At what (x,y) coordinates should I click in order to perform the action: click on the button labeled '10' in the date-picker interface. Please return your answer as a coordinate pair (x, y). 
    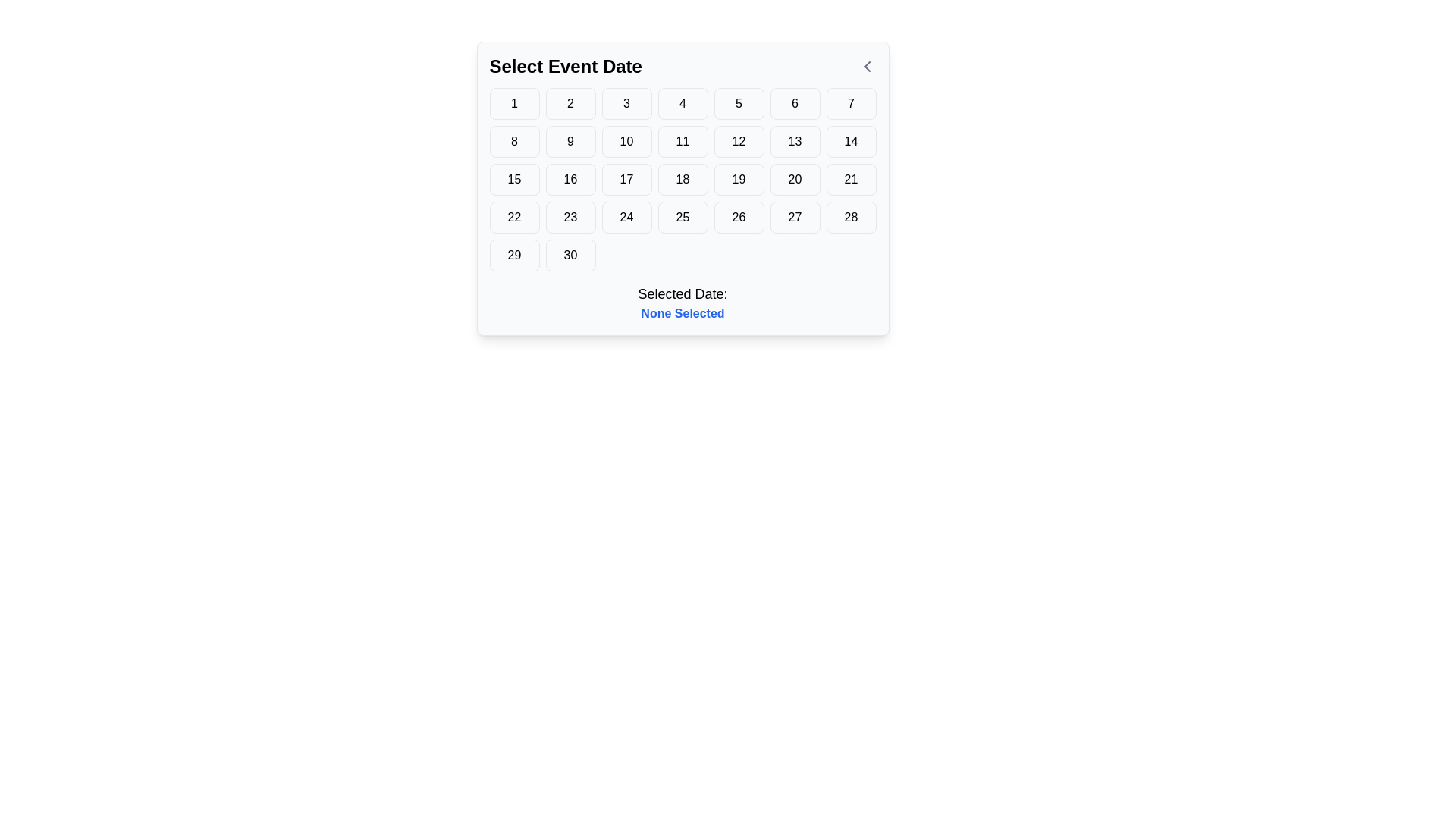
    Looking at the image, I should click on (626, 141).